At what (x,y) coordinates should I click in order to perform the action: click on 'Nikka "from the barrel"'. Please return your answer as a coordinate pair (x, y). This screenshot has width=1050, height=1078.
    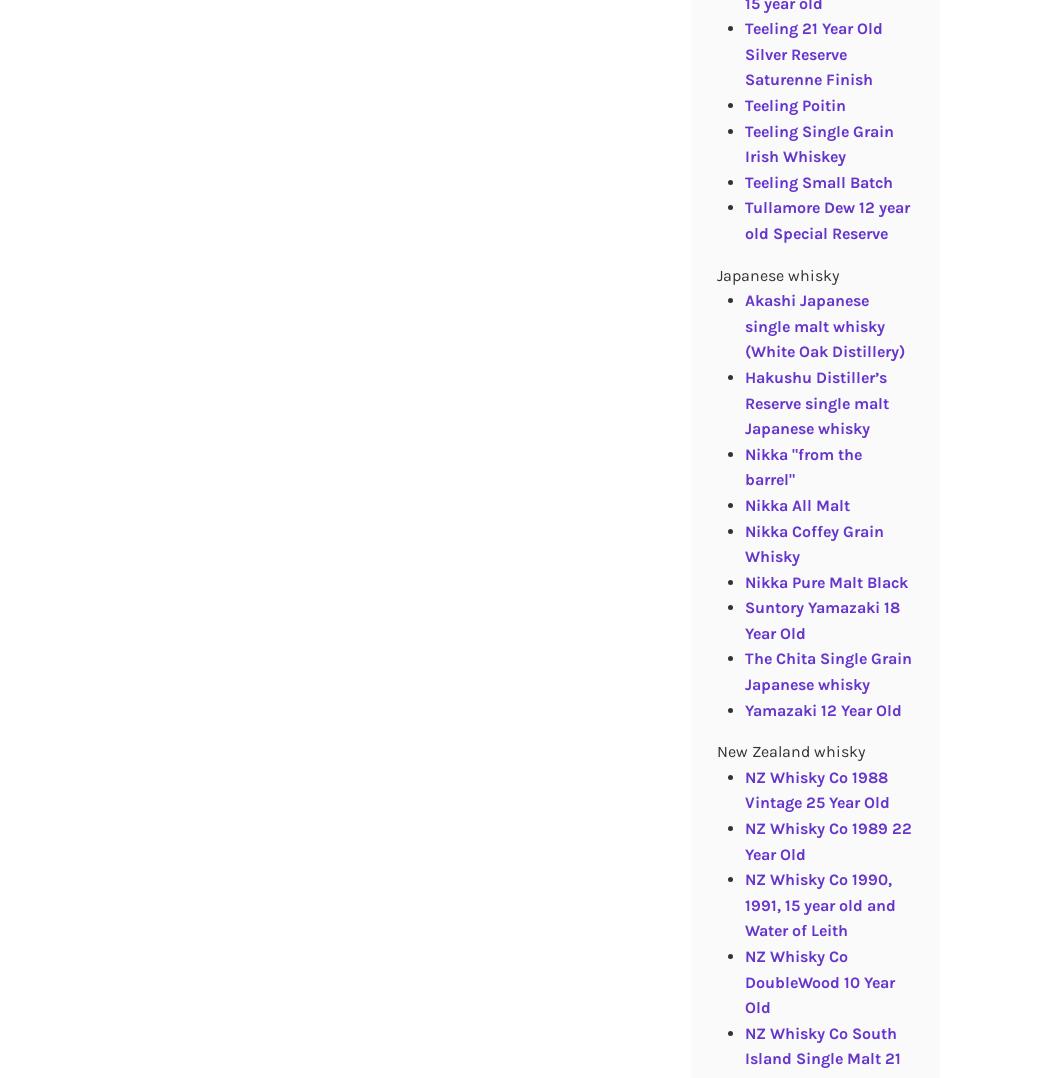
    Looking at the image, I should click on (801, 465).